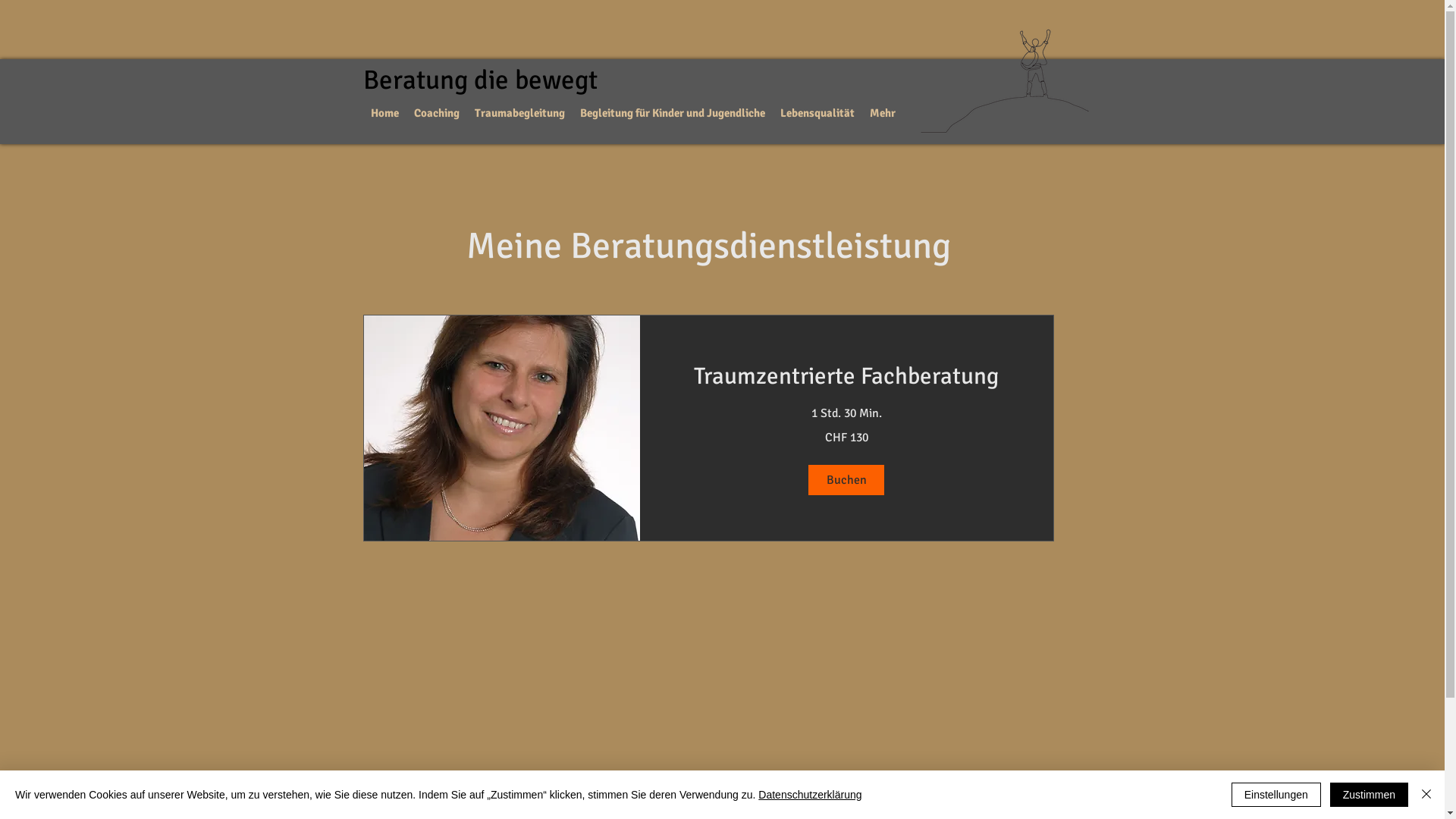 This screenshot has width=1456, height=819. Describe the element at coordinates (1276, 794) in the screenshot. I see `'Einstellungen'` at that location.